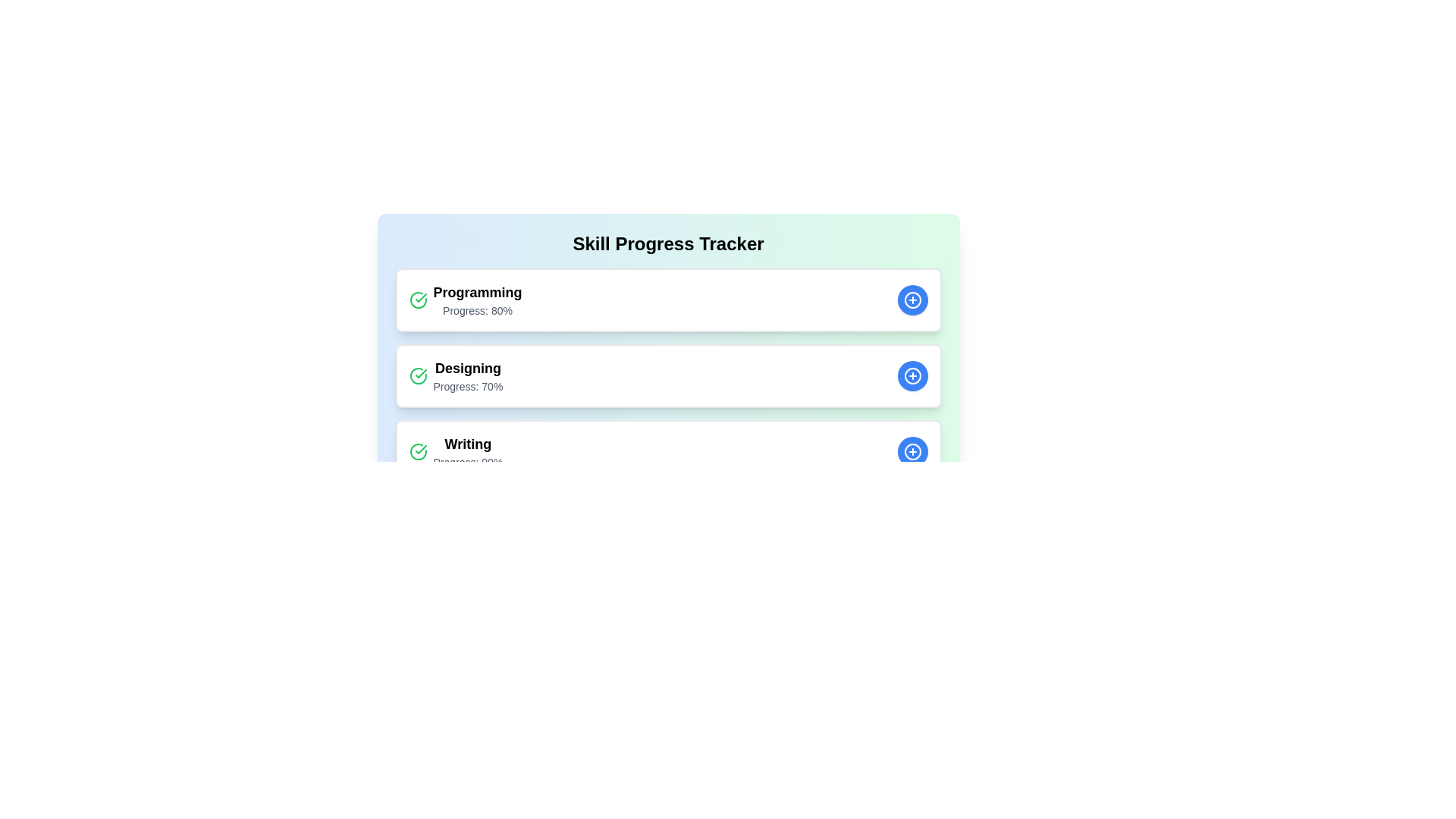 The height and width of the screenshot is (819, 1456). What do you see at coordinates (667, 243) in the screenshot?
I see `the header text 'Skill Progress Tracker'` at bounding box center [667, 243].